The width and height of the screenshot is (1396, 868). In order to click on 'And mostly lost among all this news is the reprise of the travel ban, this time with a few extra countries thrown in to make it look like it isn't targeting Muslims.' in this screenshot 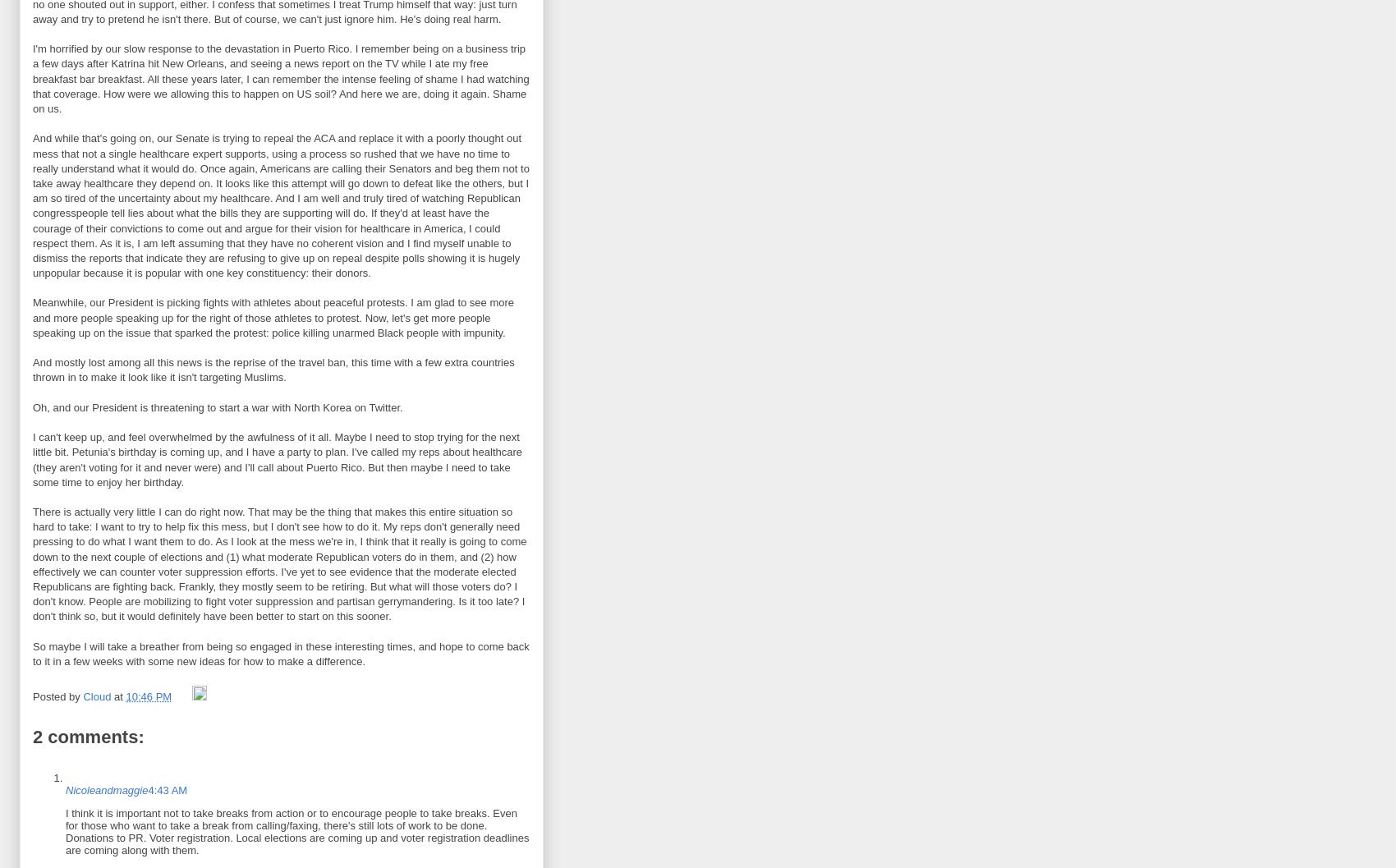, I will do `click(273, 369)`.